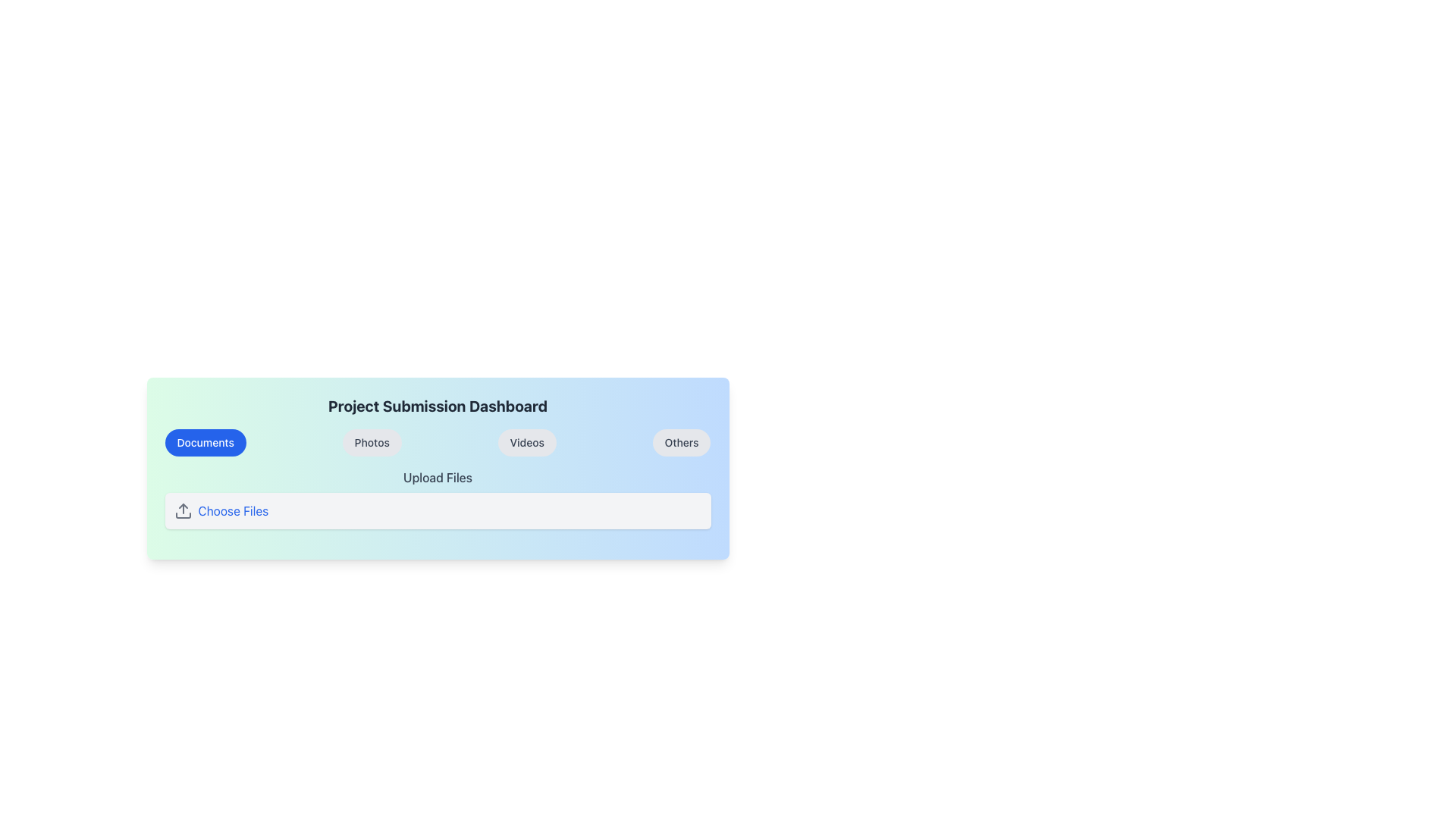  What do you see at coordinates (182, 514) in the screenshot?
I see `the bottom horizontal line of the upload icon` at bounding box center [182, 514].